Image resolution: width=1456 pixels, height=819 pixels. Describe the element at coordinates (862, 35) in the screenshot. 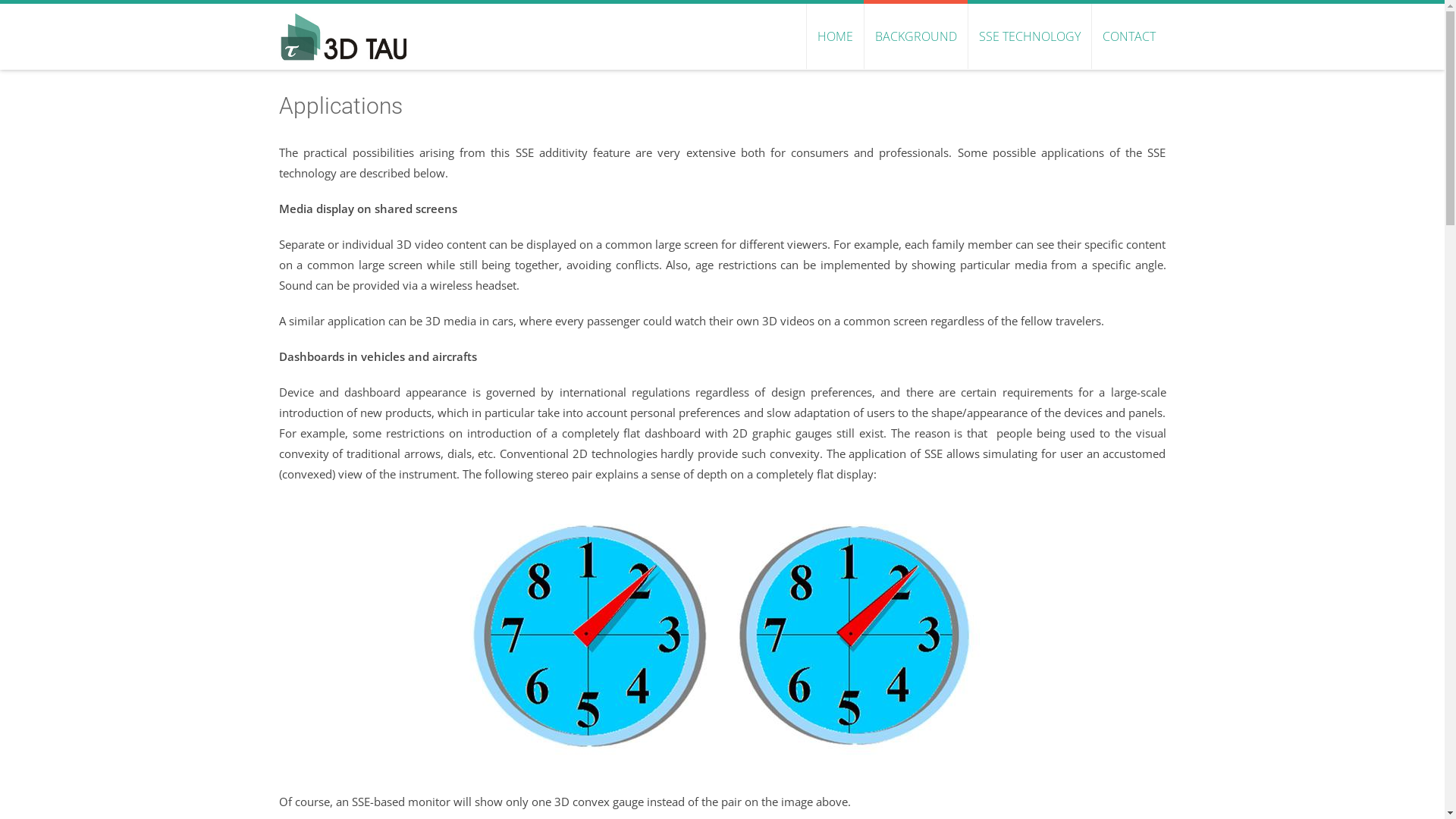

I see `'BACKGROUND'` at that location.